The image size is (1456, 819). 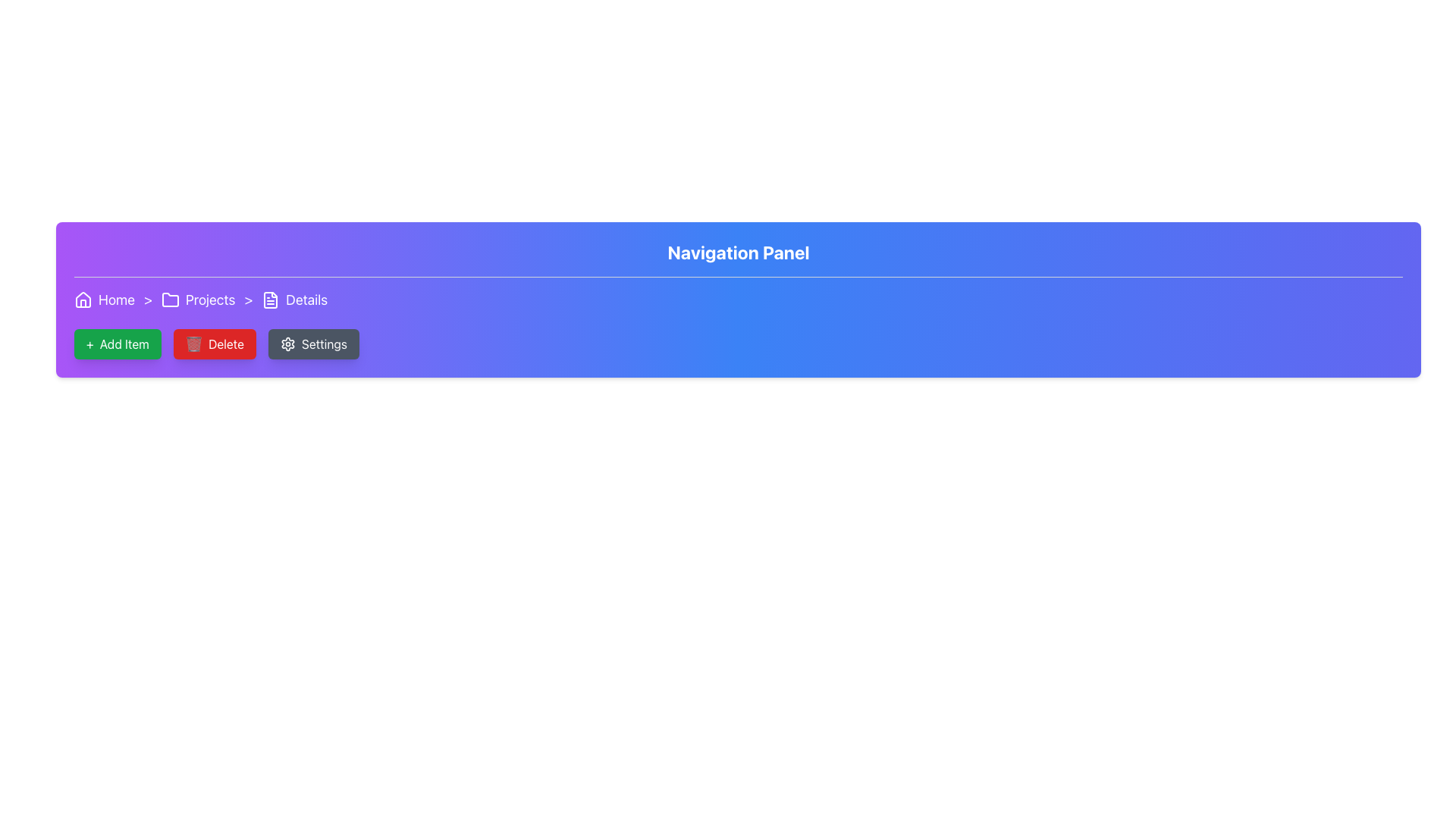 I want to click on the Breadcrumb Separator that visually indicates hierarchy between 'Projects' and 'Details' in the breadcrumb navigation, so click(x=148, y=300).